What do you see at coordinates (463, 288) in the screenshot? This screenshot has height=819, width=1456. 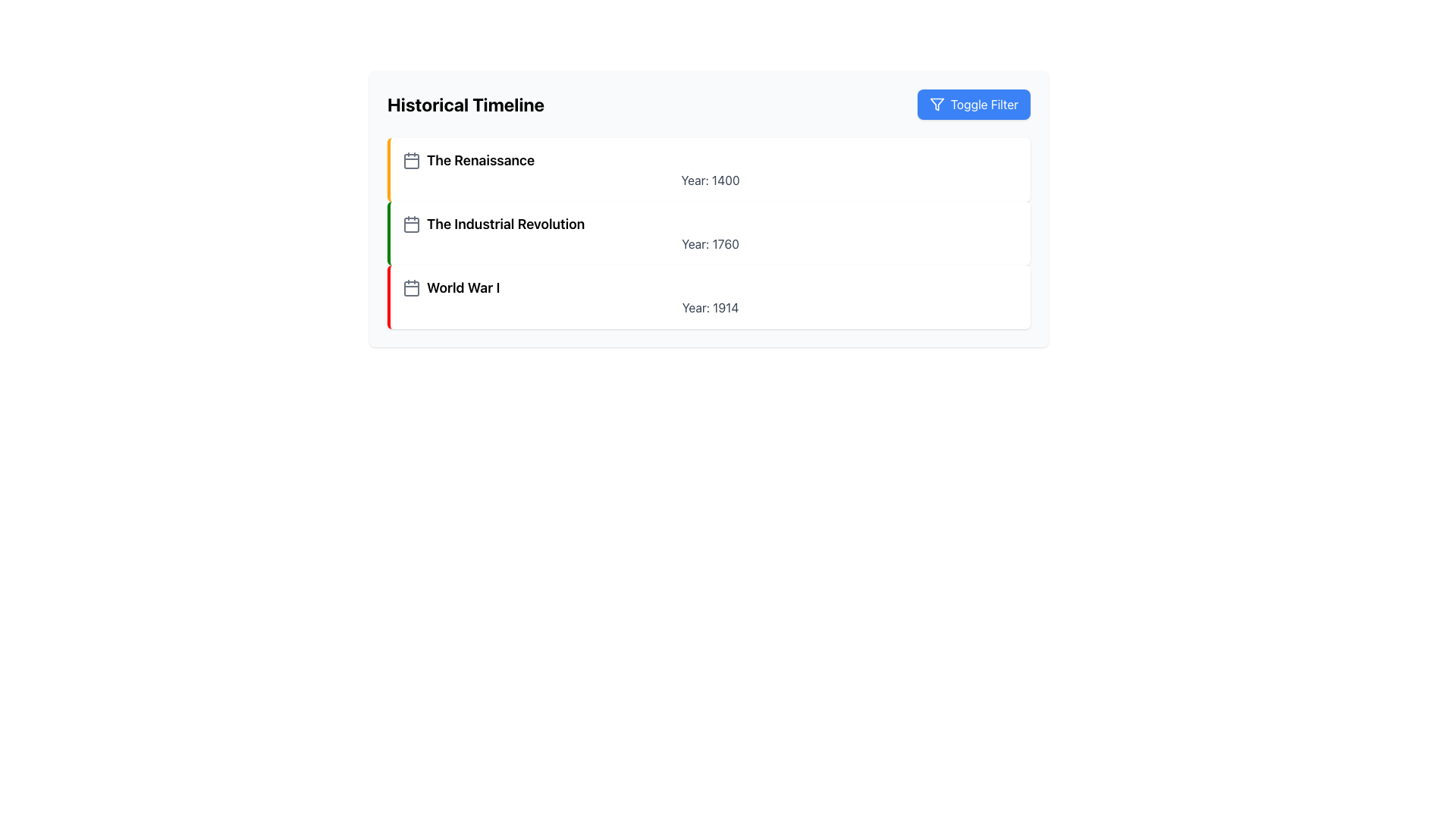 I see `the Text label that serves as the title of the event in the timeline widget, which is bordered by a red line and adjacent to the year label 'Year: 1914'` at bounding box center [463, 288].